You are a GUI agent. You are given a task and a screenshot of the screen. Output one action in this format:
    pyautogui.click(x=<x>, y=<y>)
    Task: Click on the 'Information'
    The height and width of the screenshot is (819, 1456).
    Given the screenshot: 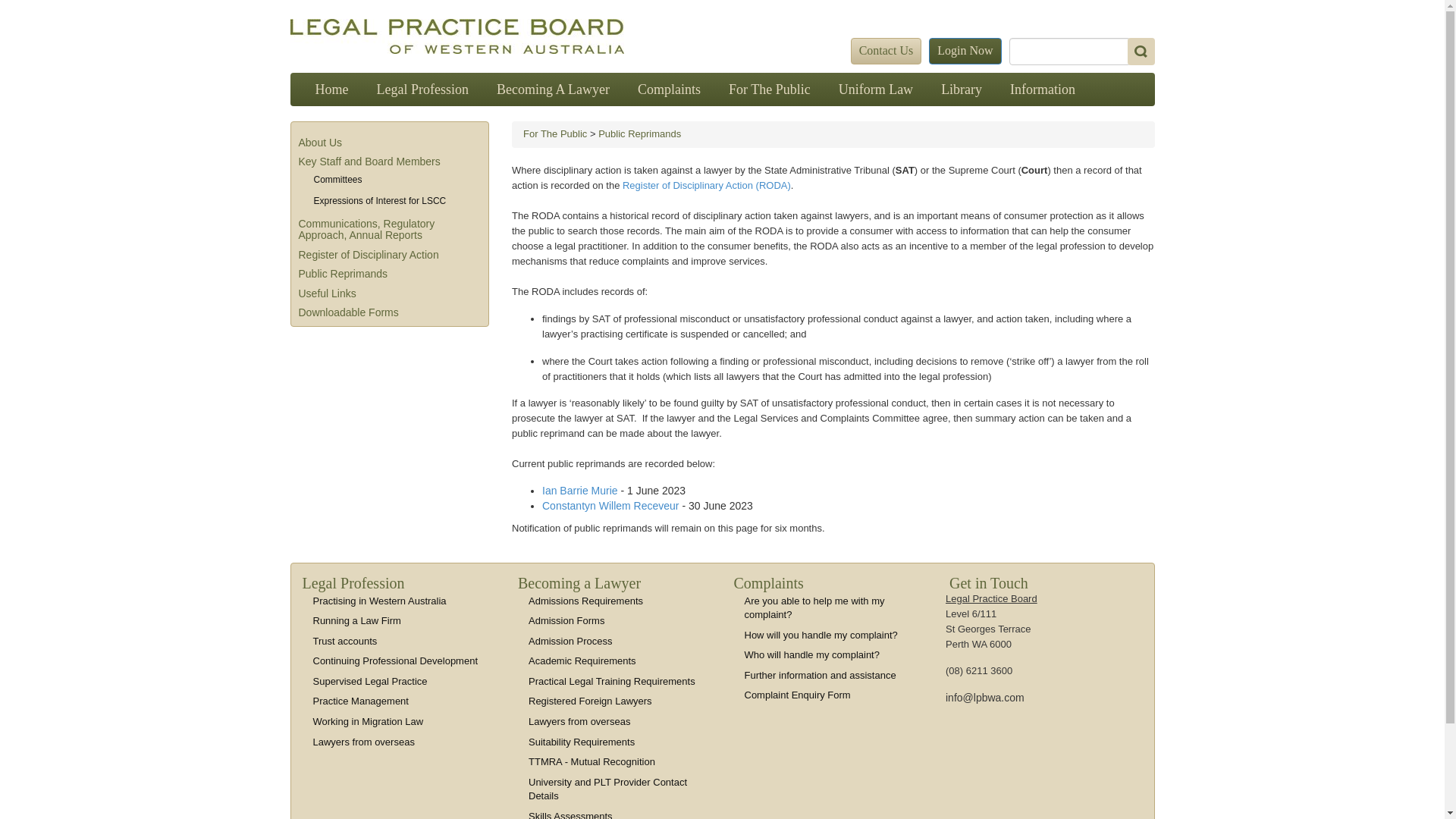 What is the action you would take?
    pyautogui.click(x=1041, y=89)
    